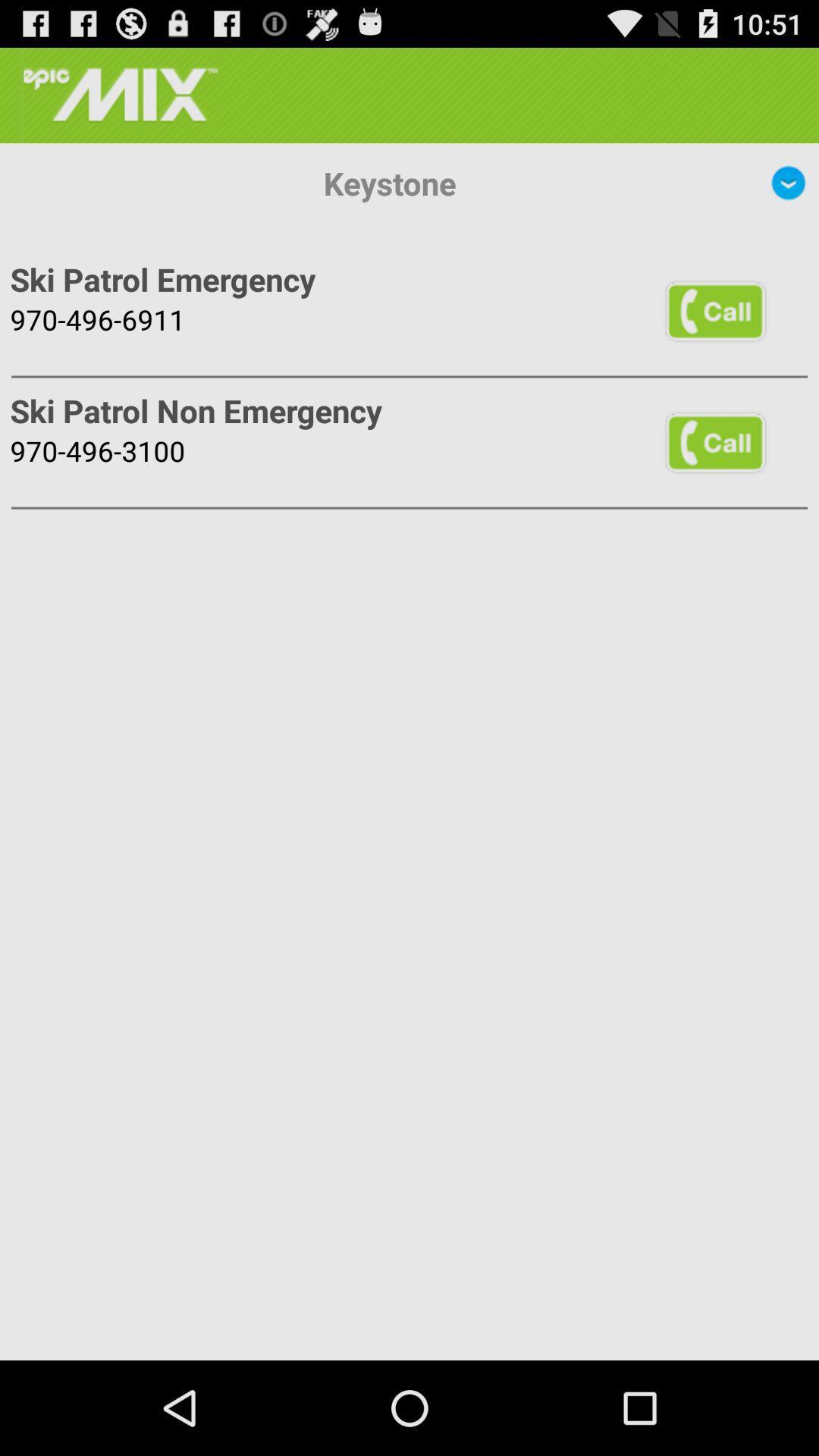  I want to click on the icon to the right of the ski patrol emergency app, so click(715, 309).